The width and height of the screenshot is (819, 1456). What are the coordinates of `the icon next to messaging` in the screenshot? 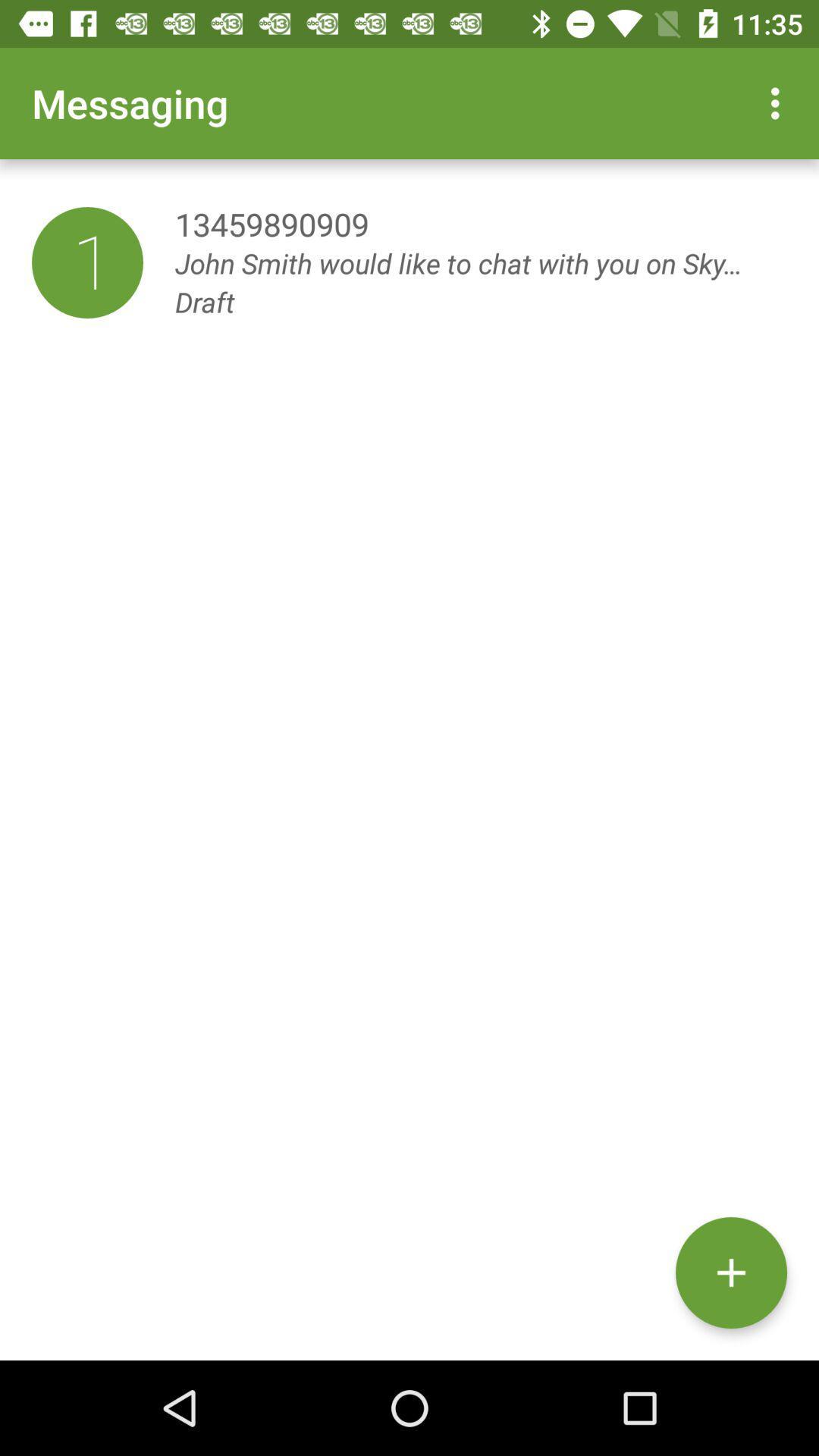 It's located at (779, 102).